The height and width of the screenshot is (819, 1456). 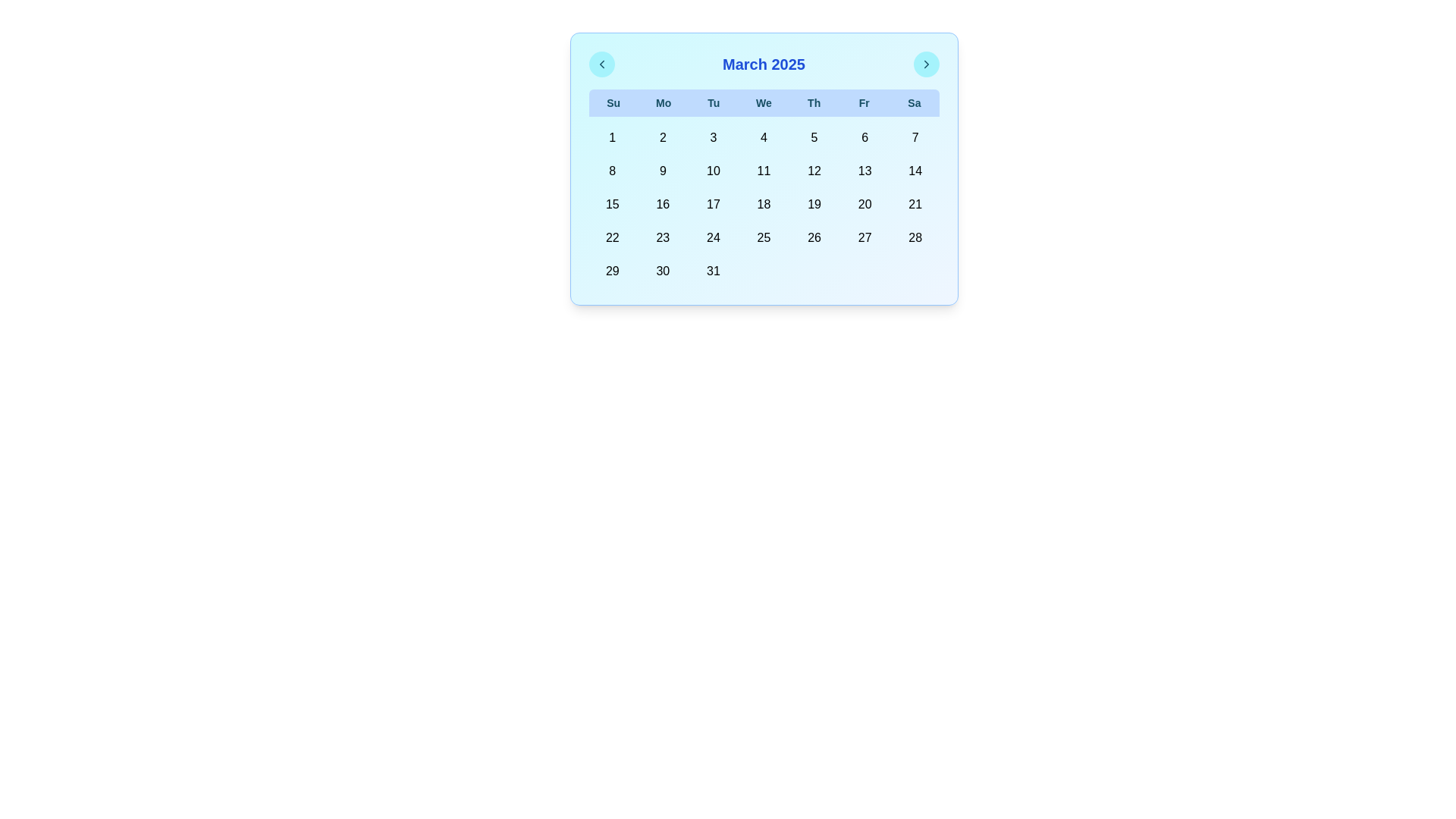 I want to click on the clickable calendar date box displaying the number 6, located under the 'Fr' column, so click(x=864, y=137).